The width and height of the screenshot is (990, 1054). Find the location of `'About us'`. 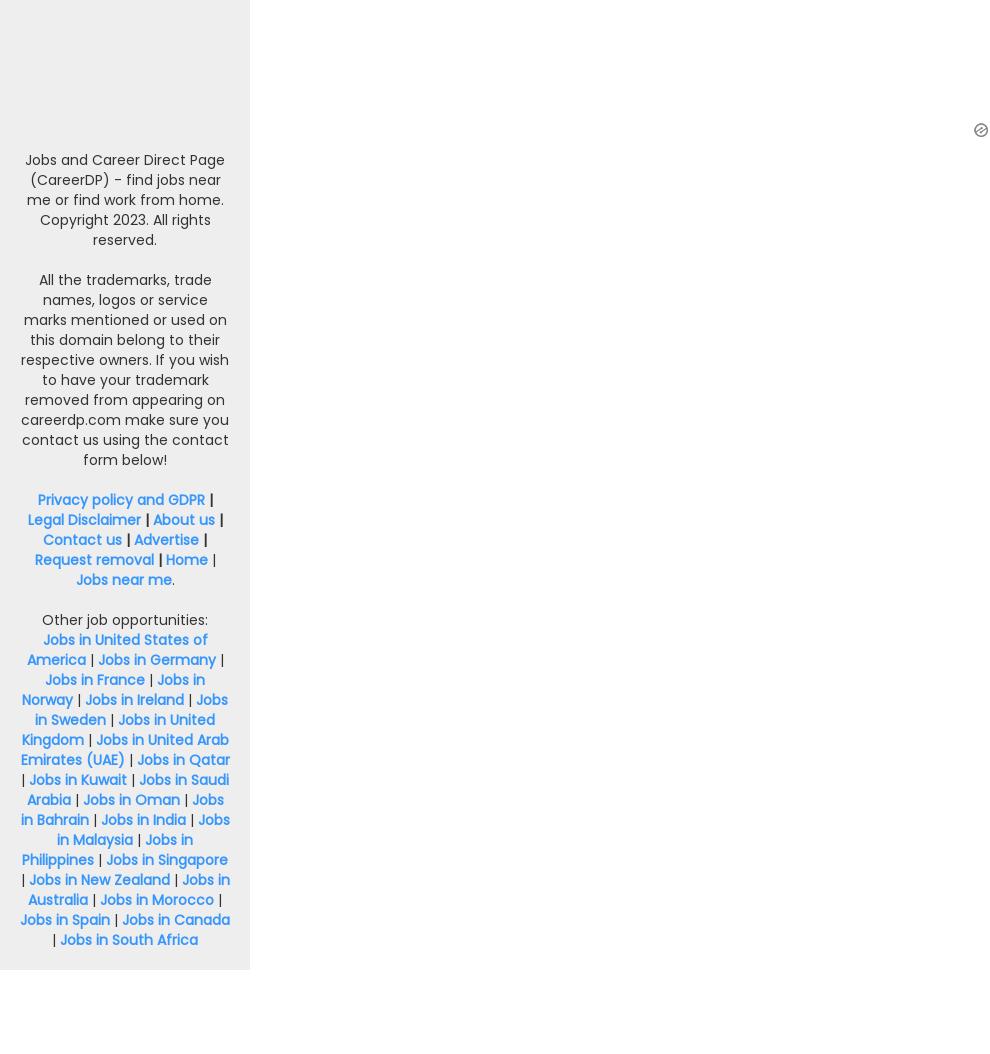

'About us' is located at coordinates (151, 517).